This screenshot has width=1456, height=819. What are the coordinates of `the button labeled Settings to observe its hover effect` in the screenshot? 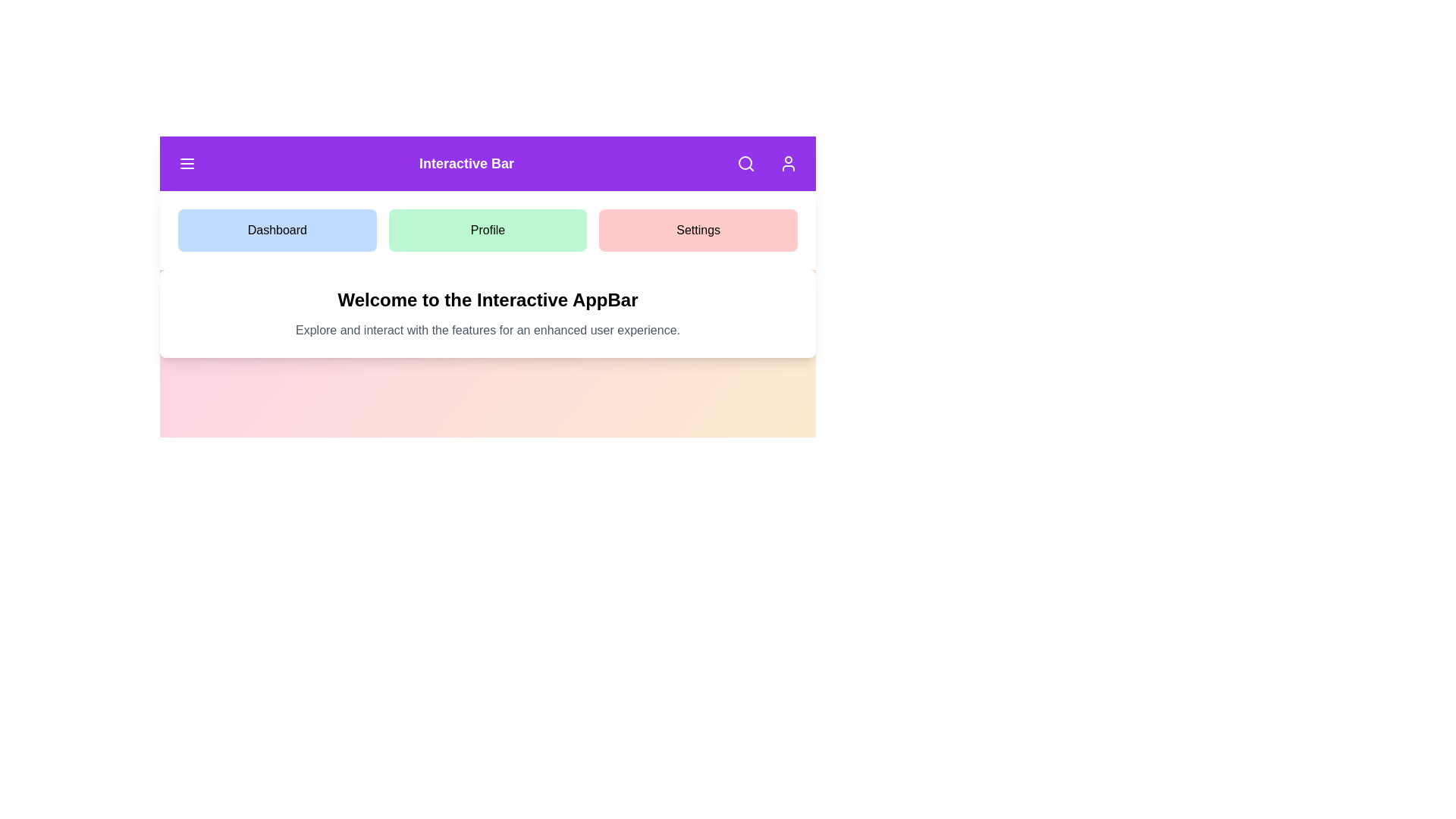 It's located at (698, 231).